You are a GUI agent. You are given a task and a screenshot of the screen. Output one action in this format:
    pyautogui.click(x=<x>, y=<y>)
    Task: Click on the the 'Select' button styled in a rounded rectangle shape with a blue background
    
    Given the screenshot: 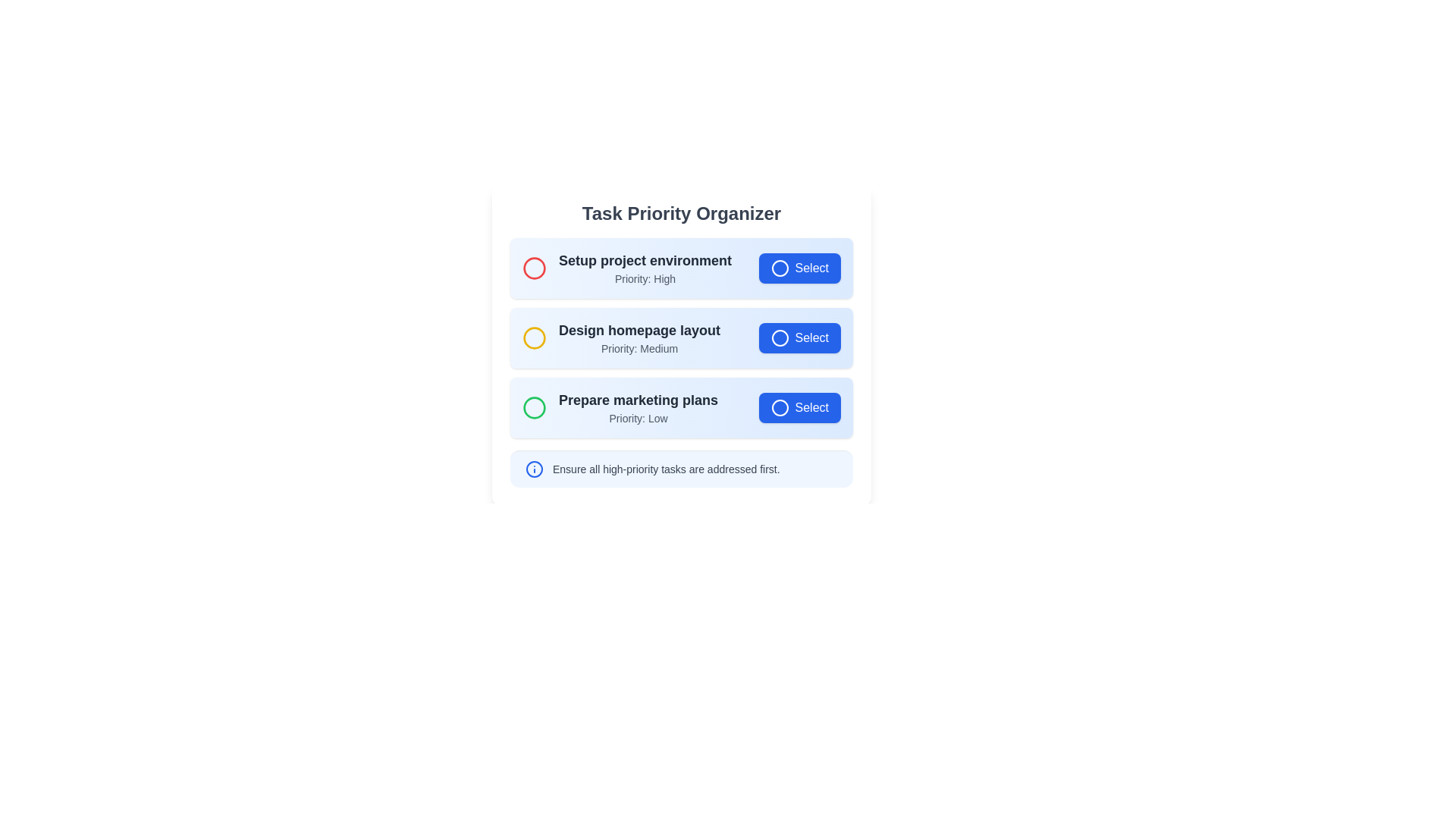 What is the action you would take?
    pyautogui.click(x=799, y=406)
    